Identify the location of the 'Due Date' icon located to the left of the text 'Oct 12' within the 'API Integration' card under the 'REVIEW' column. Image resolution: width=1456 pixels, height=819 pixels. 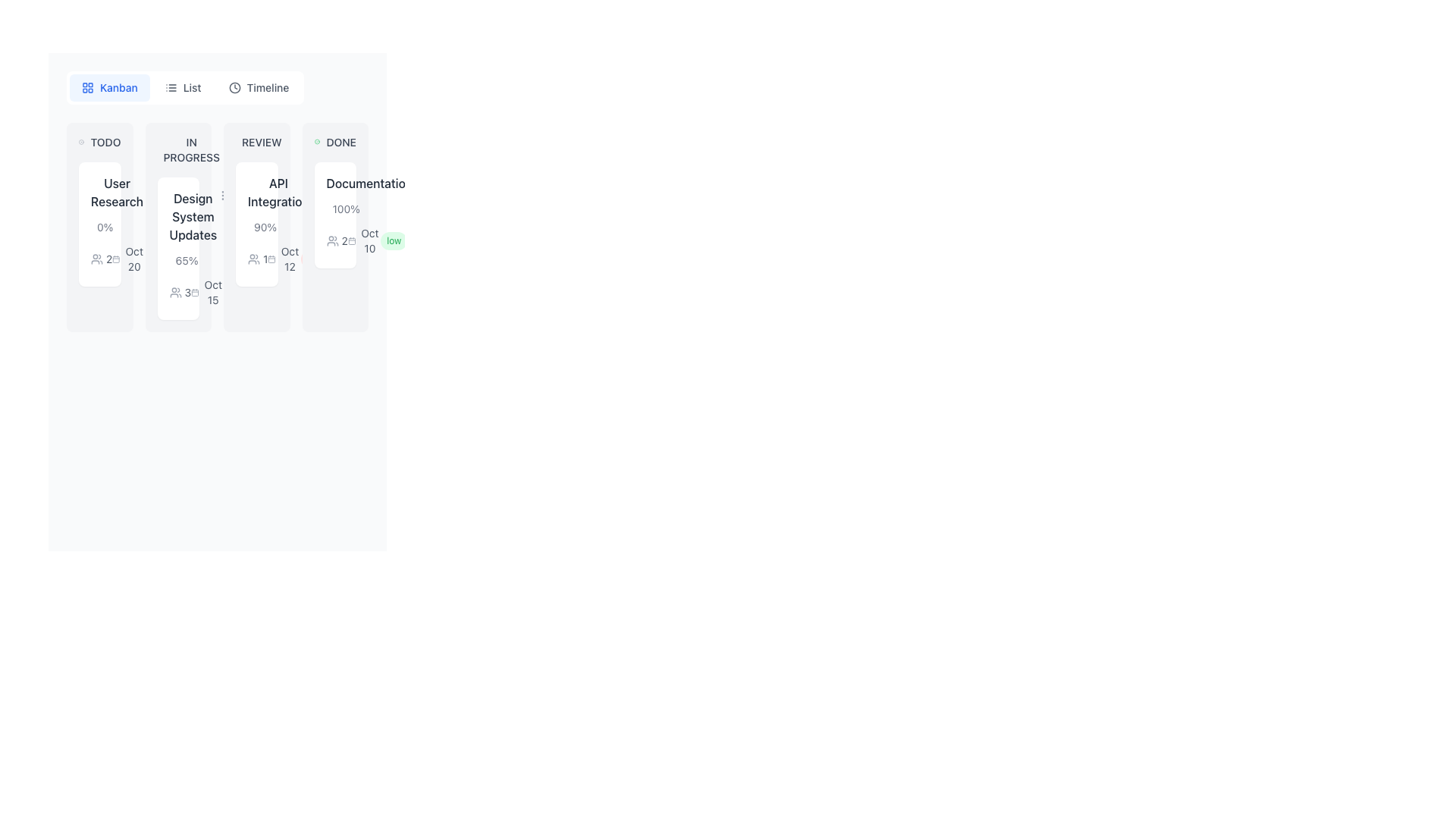
(271, 259).